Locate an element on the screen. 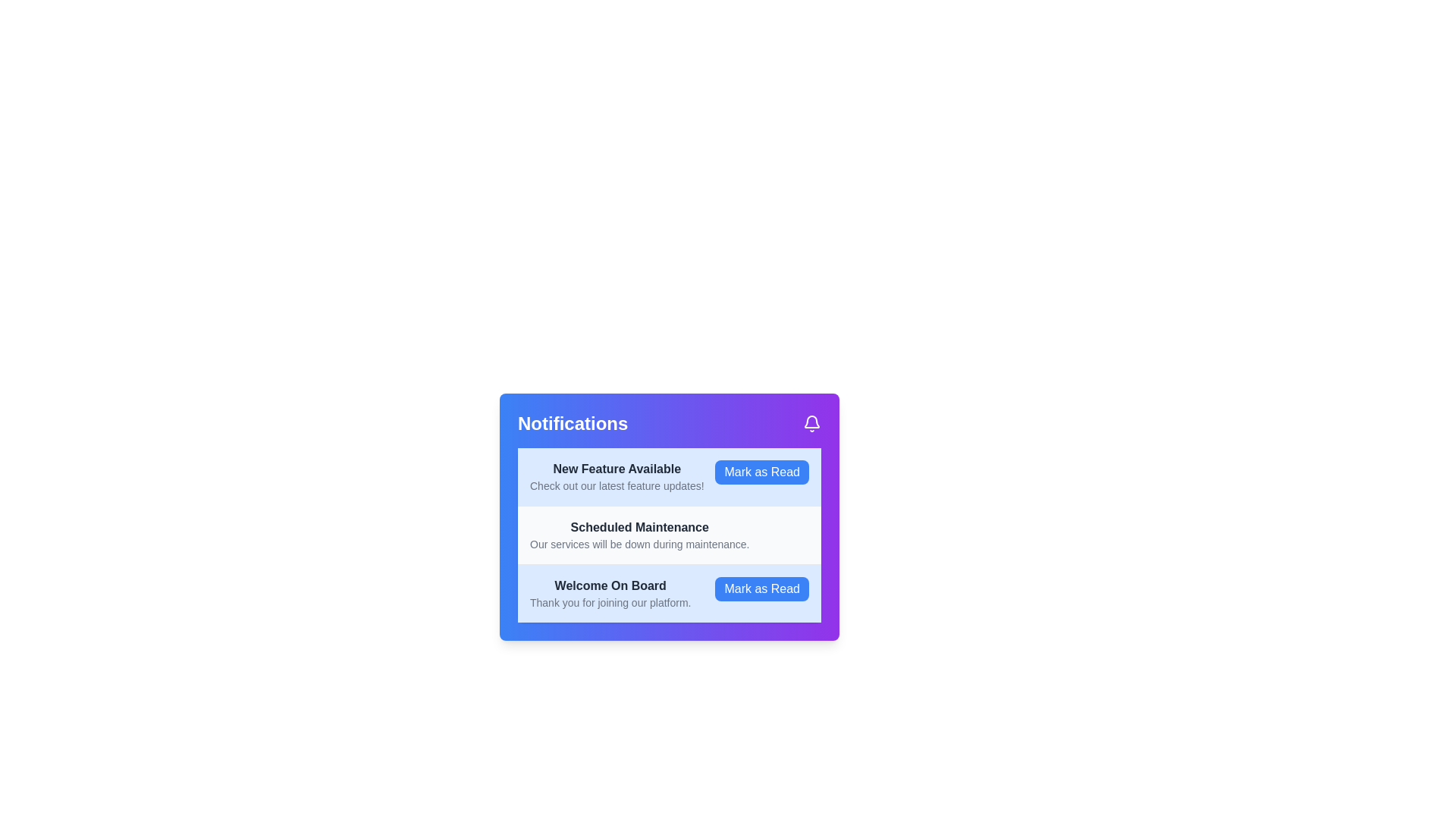  the text element displaying 'Thank you for joining our platform.' which is positioned below the 'Welcome On Board' header in the notification card is located at coordinates (610, 601).